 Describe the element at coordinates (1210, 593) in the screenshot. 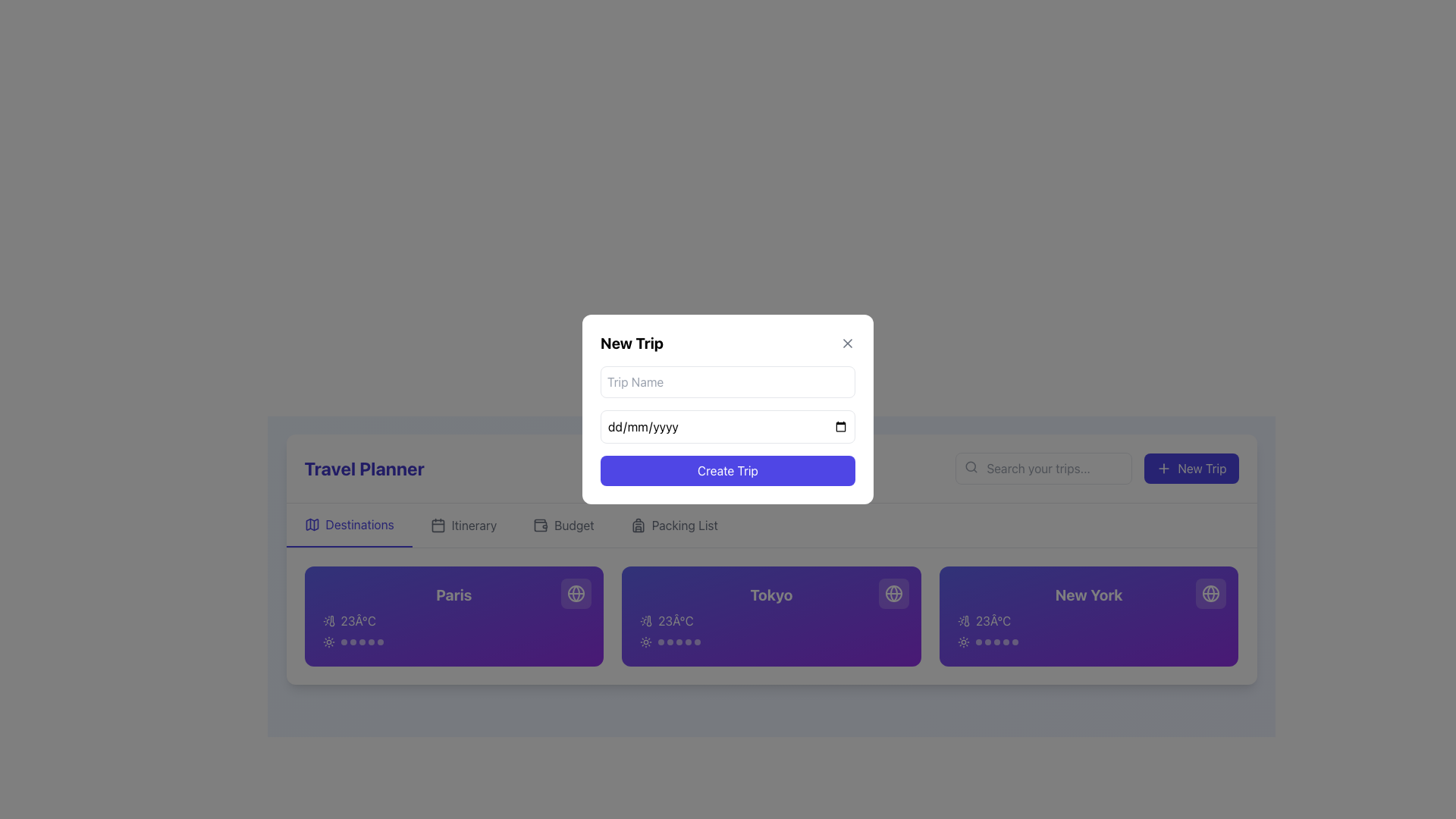

I see `the globe icon located in the upper-right corner of the card labeled 'New York'` at that location.